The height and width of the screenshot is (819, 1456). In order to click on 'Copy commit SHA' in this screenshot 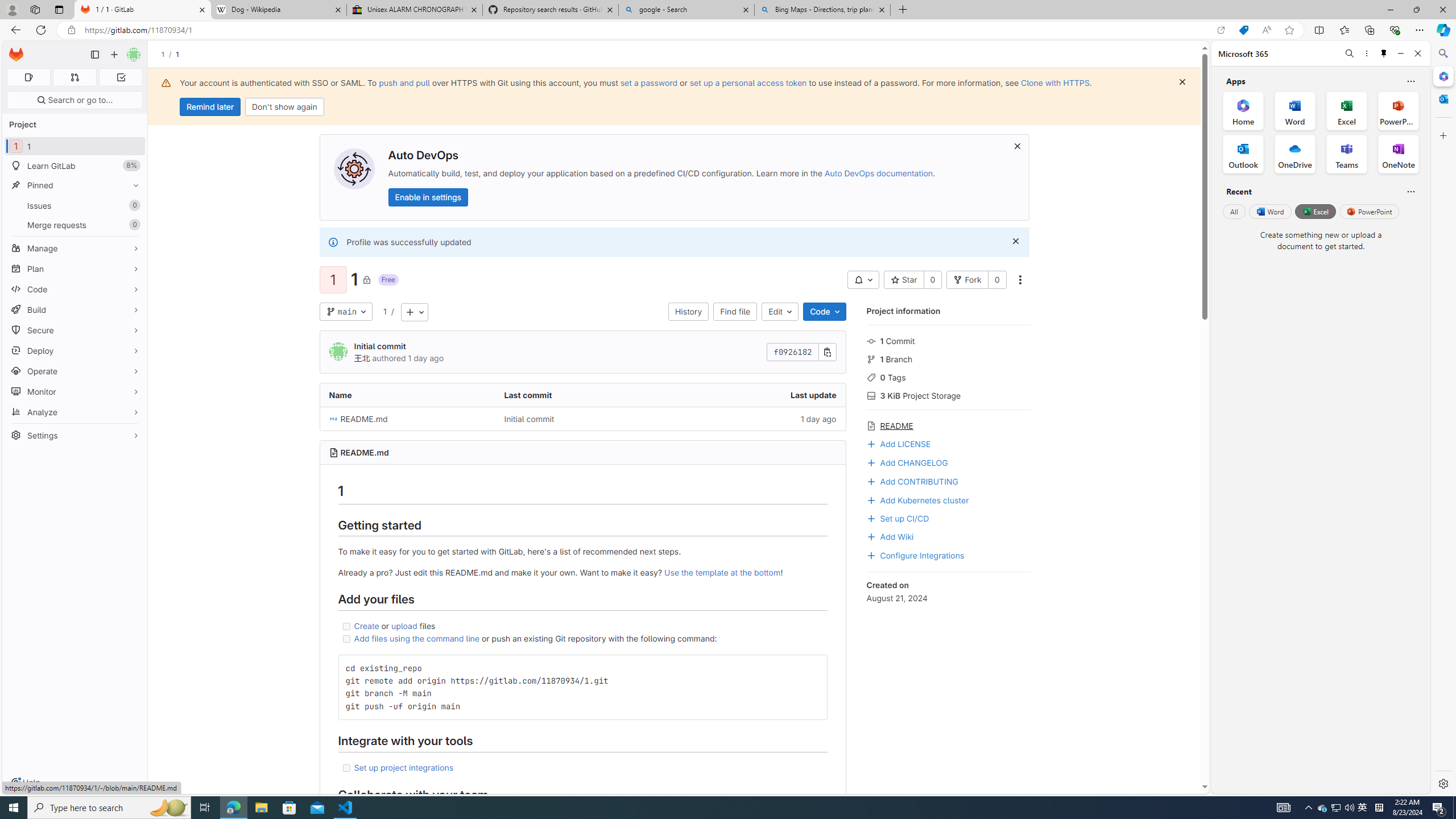, I will do `click(828, 351)`.